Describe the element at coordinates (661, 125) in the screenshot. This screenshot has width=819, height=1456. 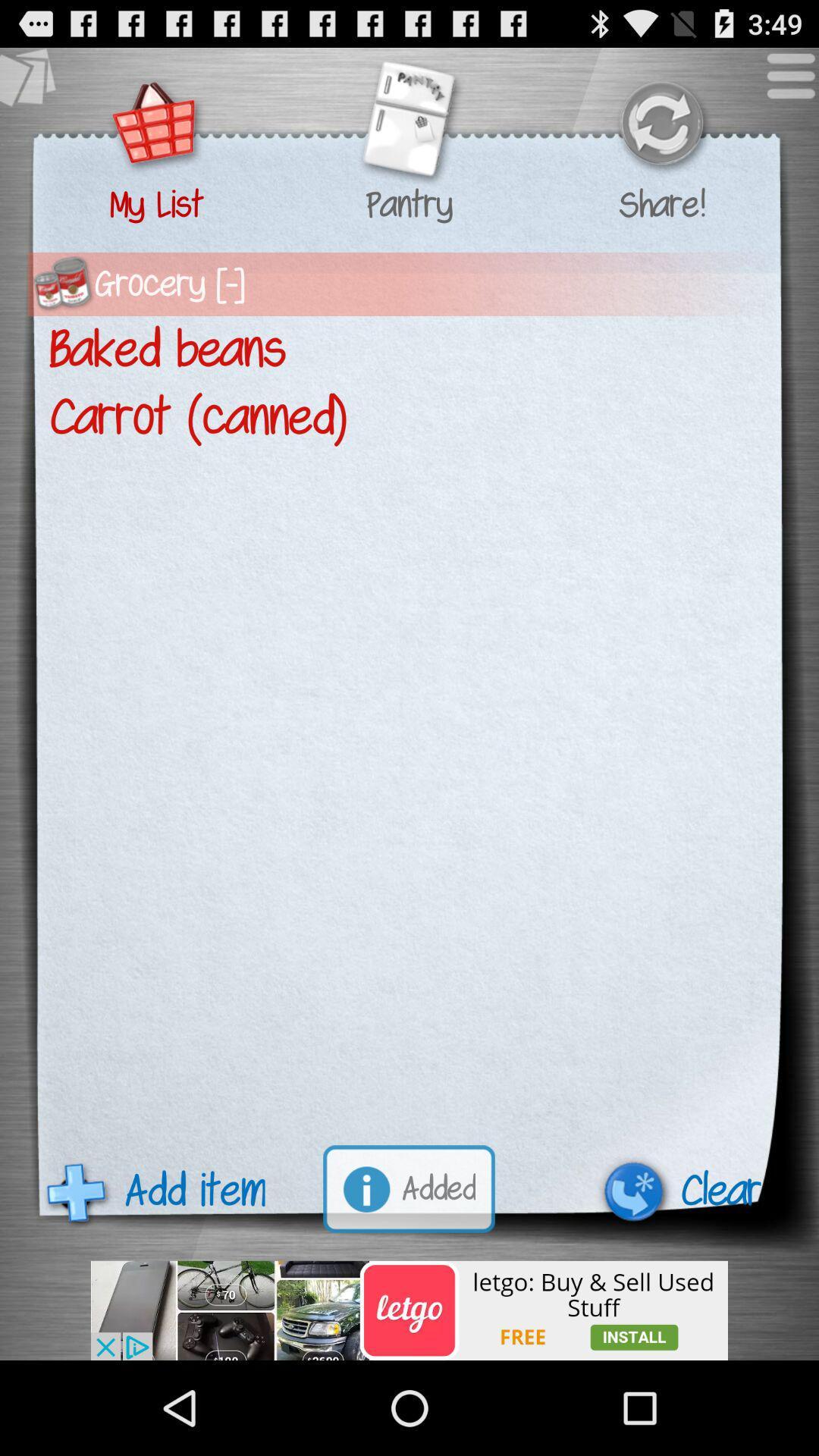
I see `refresh` at that location.